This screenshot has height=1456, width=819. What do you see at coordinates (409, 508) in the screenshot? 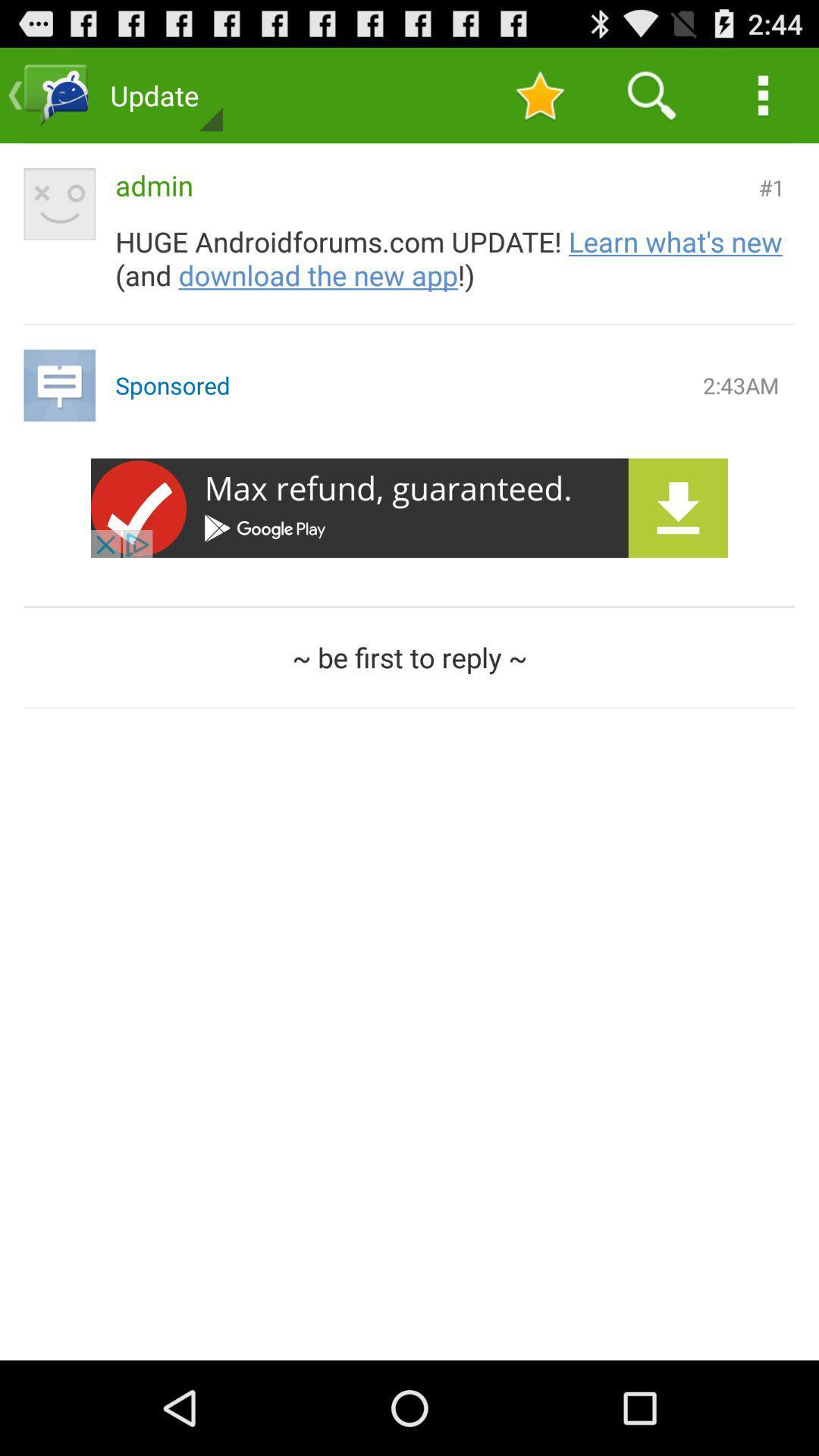
I see `advertisement` at bounding box center [409, 508].